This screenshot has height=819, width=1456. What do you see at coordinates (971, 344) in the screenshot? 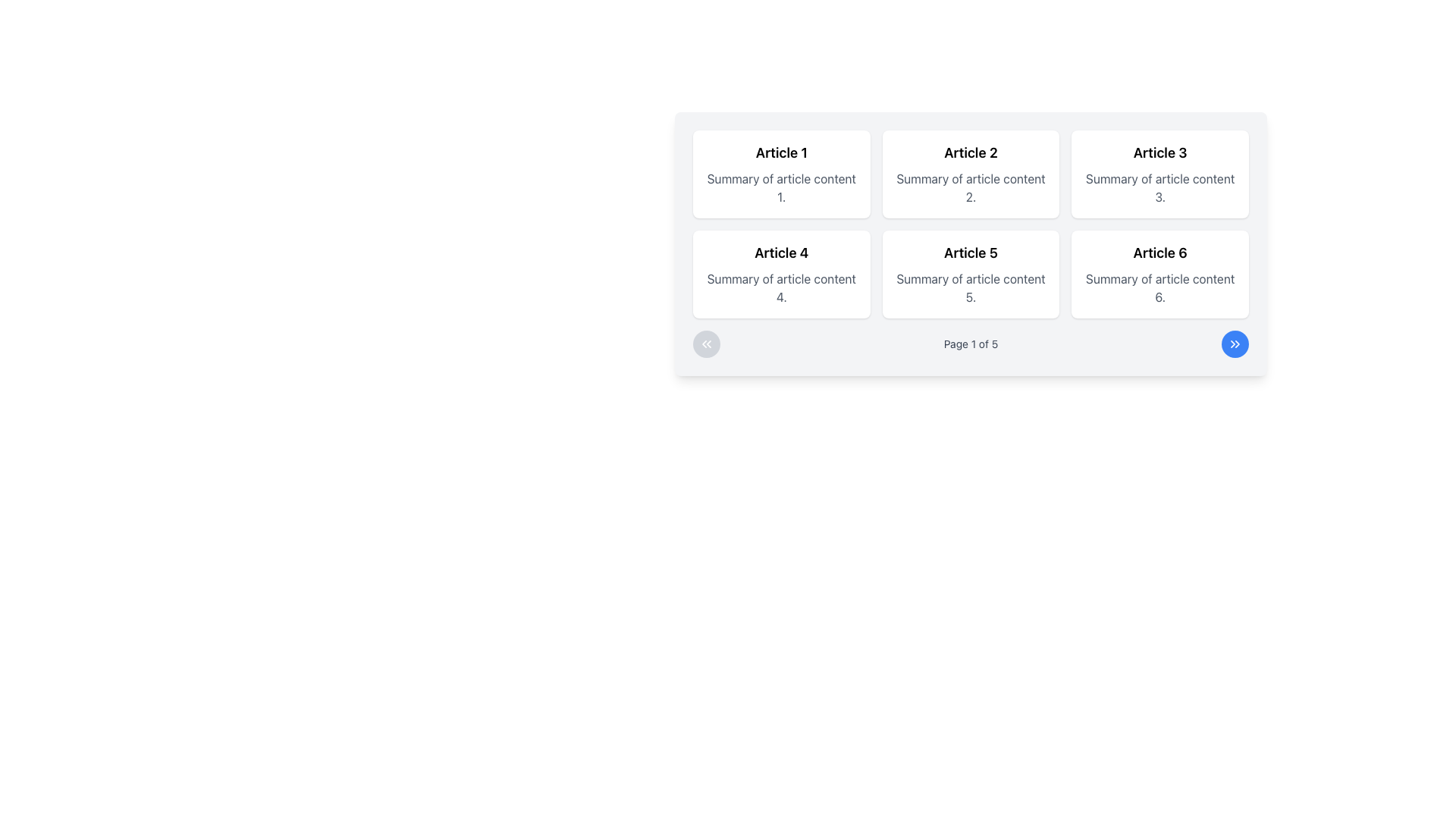
I see `the text label that indicates the current page number and total number of pages, which is centrally positioned between the navigation arrows in the pagination area` at bounding box center [971, 344].